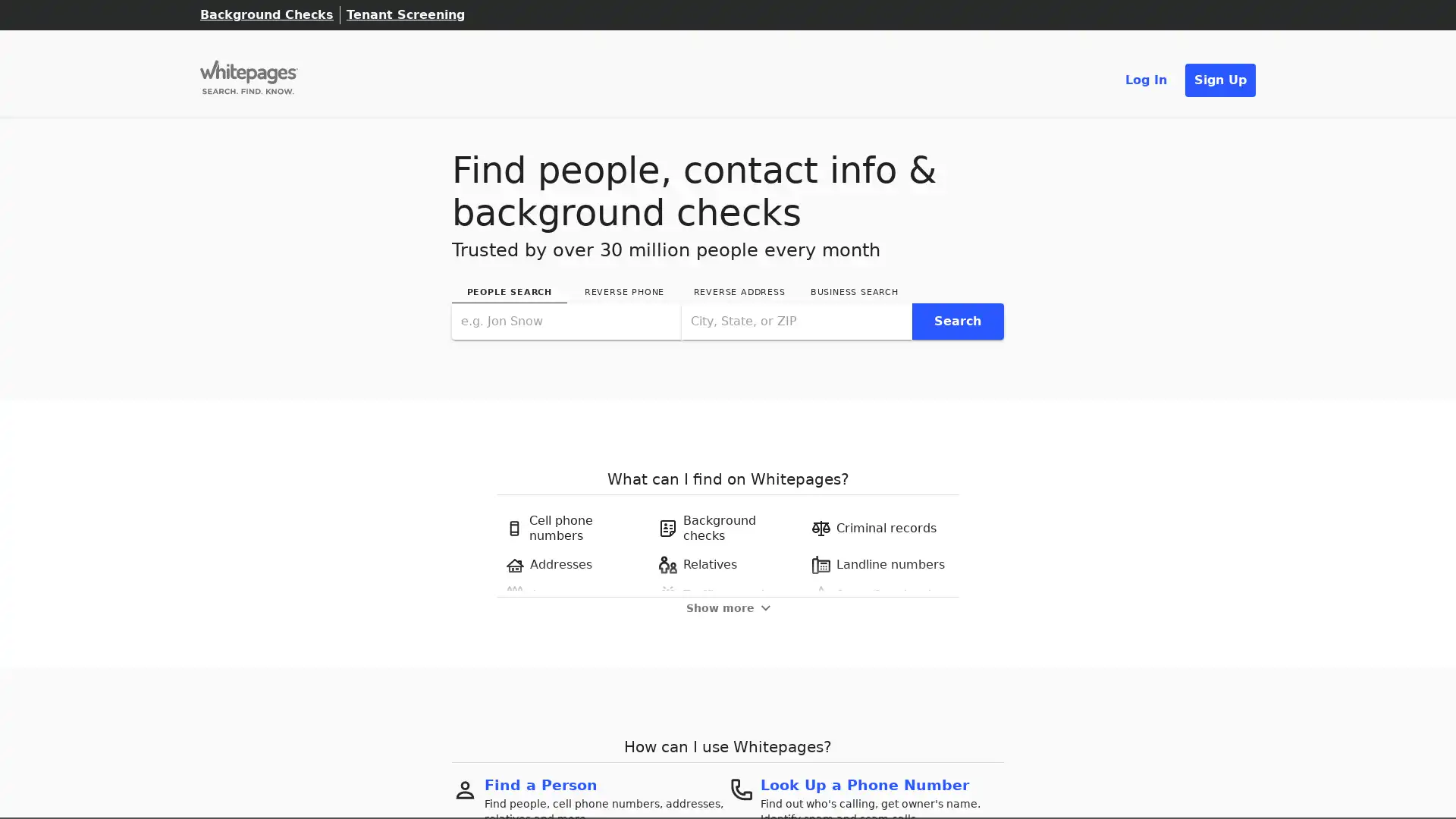  What do you see at coordinates (956, 320) in the screenshot?
I see `Search` at bounding box center [956, 320].